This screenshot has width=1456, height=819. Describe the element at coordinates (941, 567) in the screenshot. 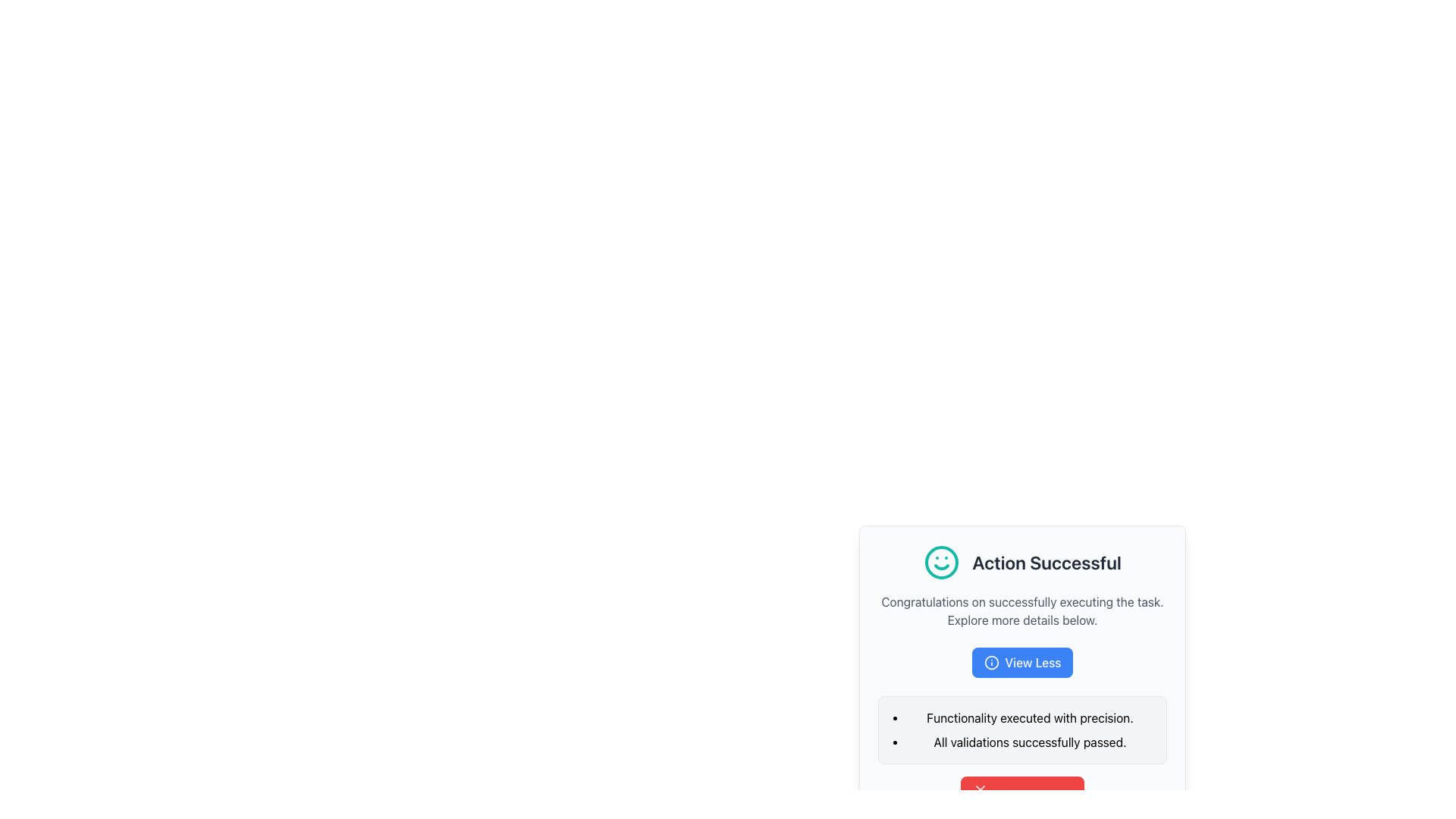

I see `the curved line forming the smile icon, which is part of a face illustration within an SVG element, positioned centrally beneath the two eyes` at that location.